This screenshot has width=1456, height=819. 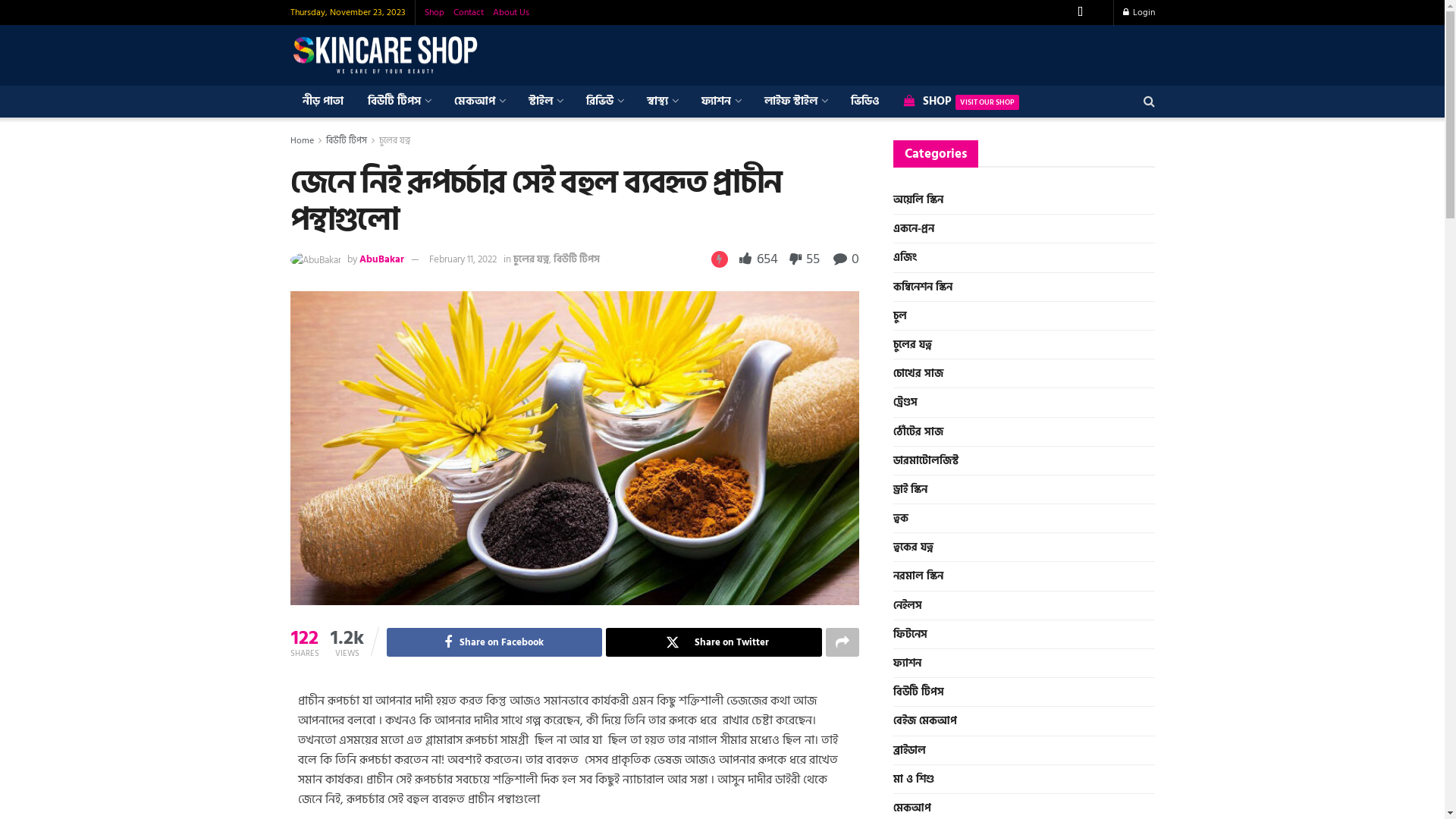 What do you see at coordinates (844, 258) in the screenshot?
I see `'0'` at bounding box center [844, 258].